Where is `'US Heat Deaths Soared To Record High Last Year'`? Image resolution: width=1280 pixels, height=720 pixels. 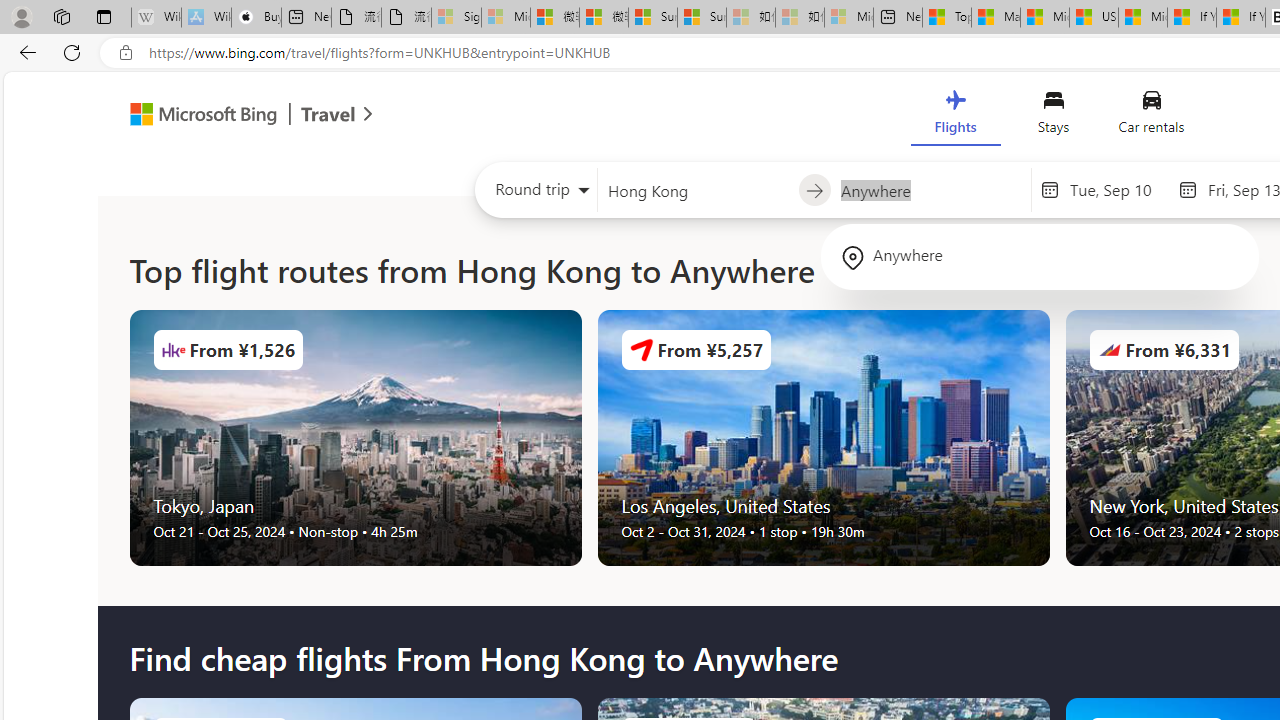 'US Heat Deaths Soared To Record High Last Year' is located at coordinates (1092, 17).